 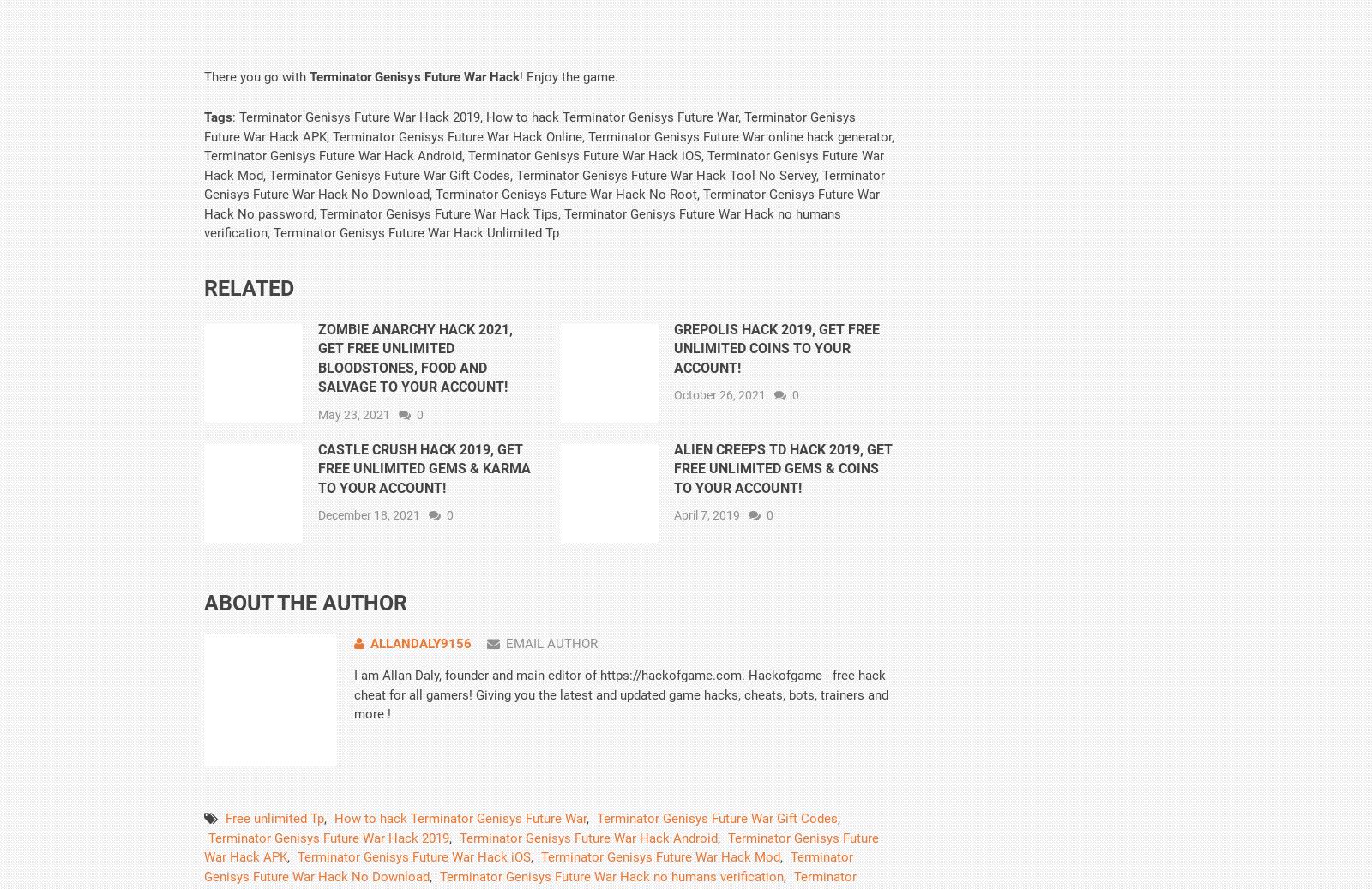 I want to click on 'Terminator Genisys Future War Hack iOS', so click(x=413, y=856).